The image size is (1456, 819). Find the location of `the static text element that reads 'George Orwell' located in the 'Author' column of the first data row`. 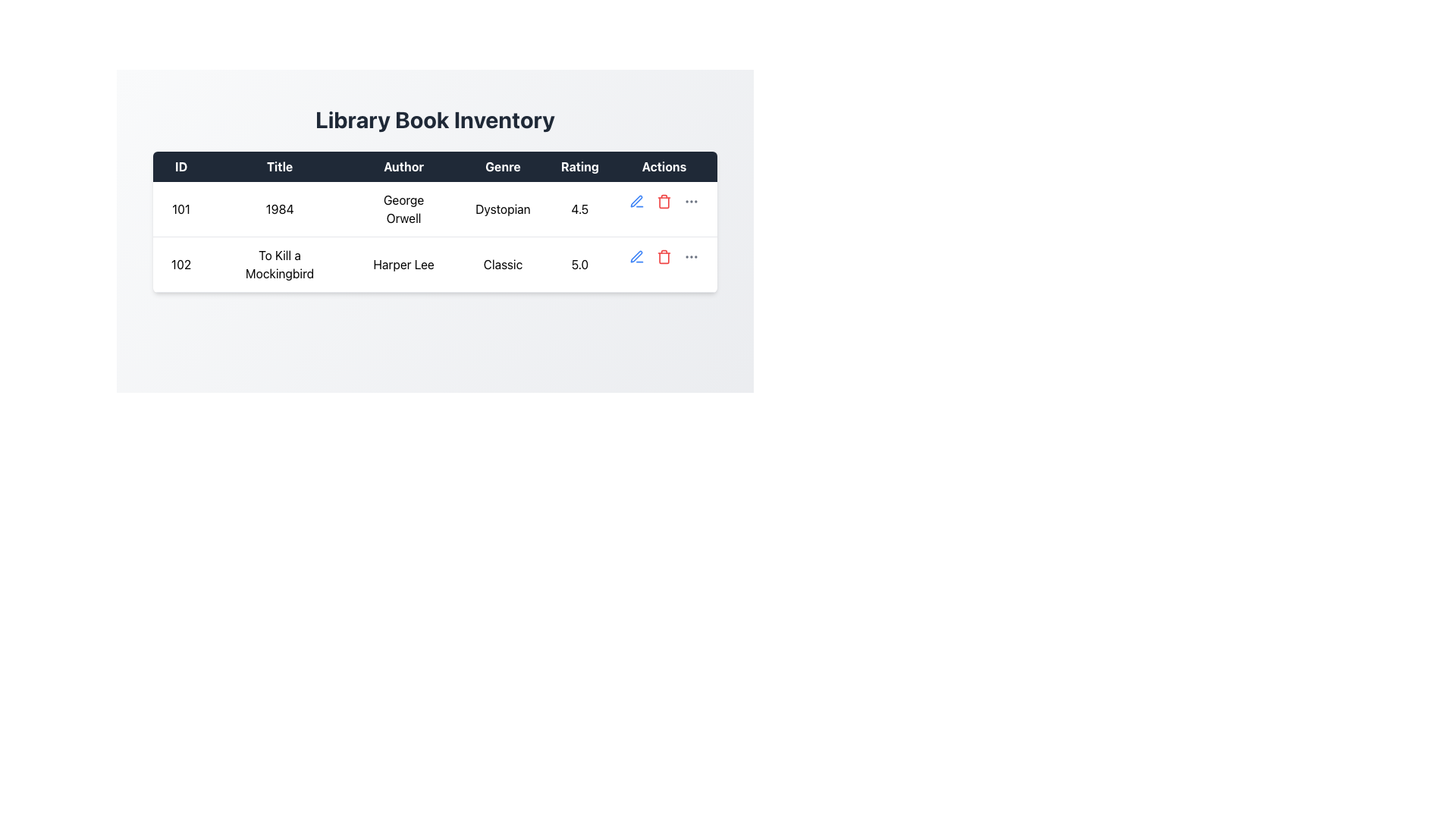

the static text element that reads 'George Orwell' located in the 'Author' column of the first data row is located at coordinates (403, 209).